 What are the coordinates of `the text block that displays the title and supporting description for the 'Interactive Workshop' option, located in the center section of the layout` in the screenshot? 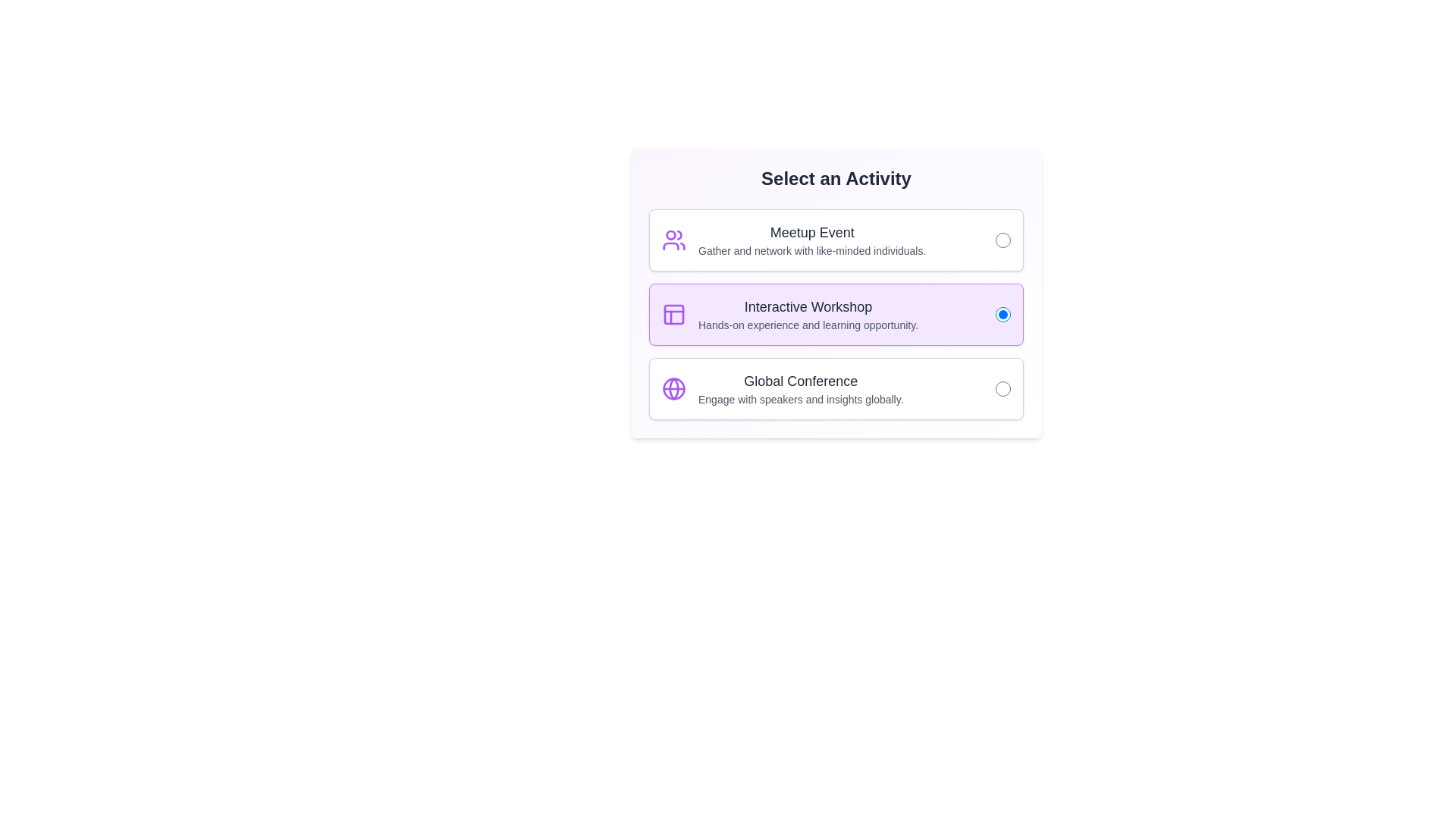 It's located at (807, 314).